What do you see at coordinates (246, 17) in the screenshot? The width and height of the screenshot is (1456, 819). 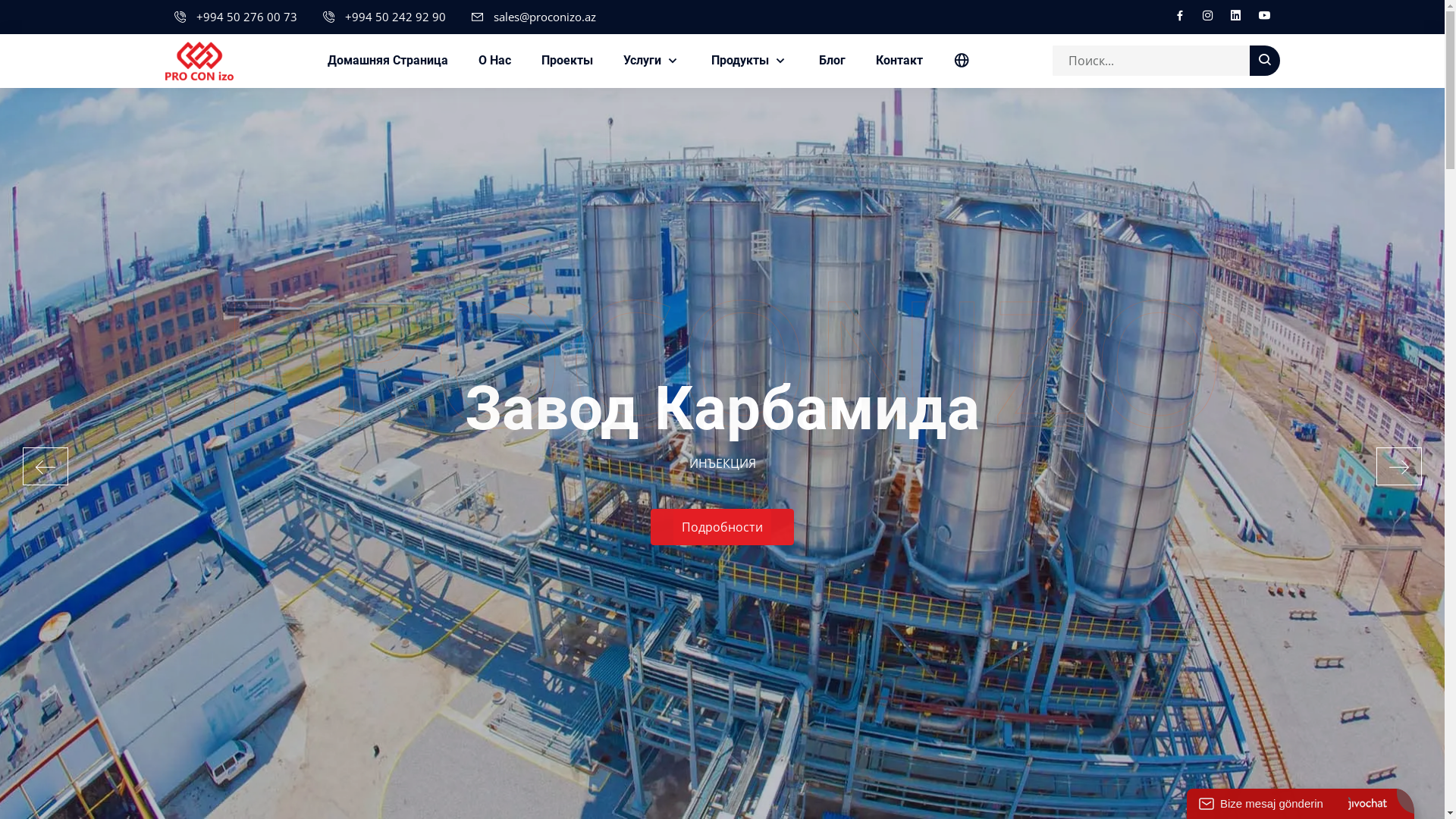 I see `'+994 50 276 00 73'` at bounding box center [246, 17].